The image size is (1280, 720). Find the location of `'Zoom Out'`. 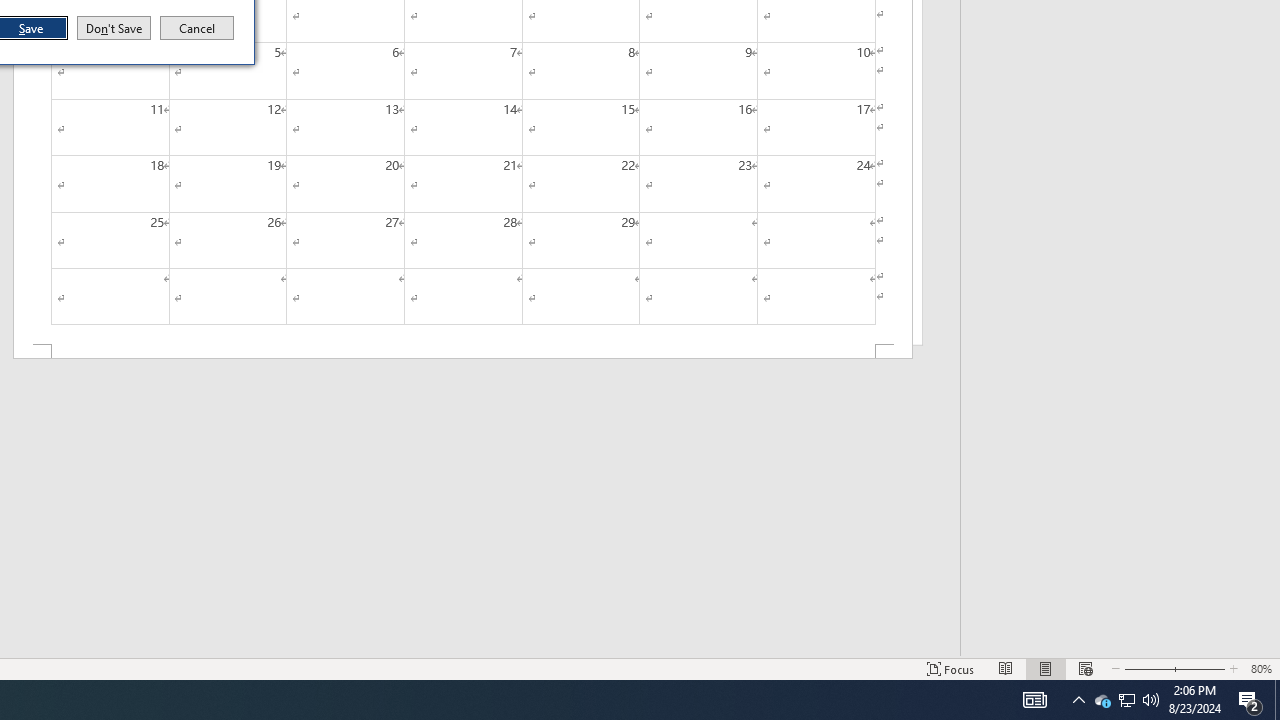

'Zoom Out' is located at coordinates (1143, 669).